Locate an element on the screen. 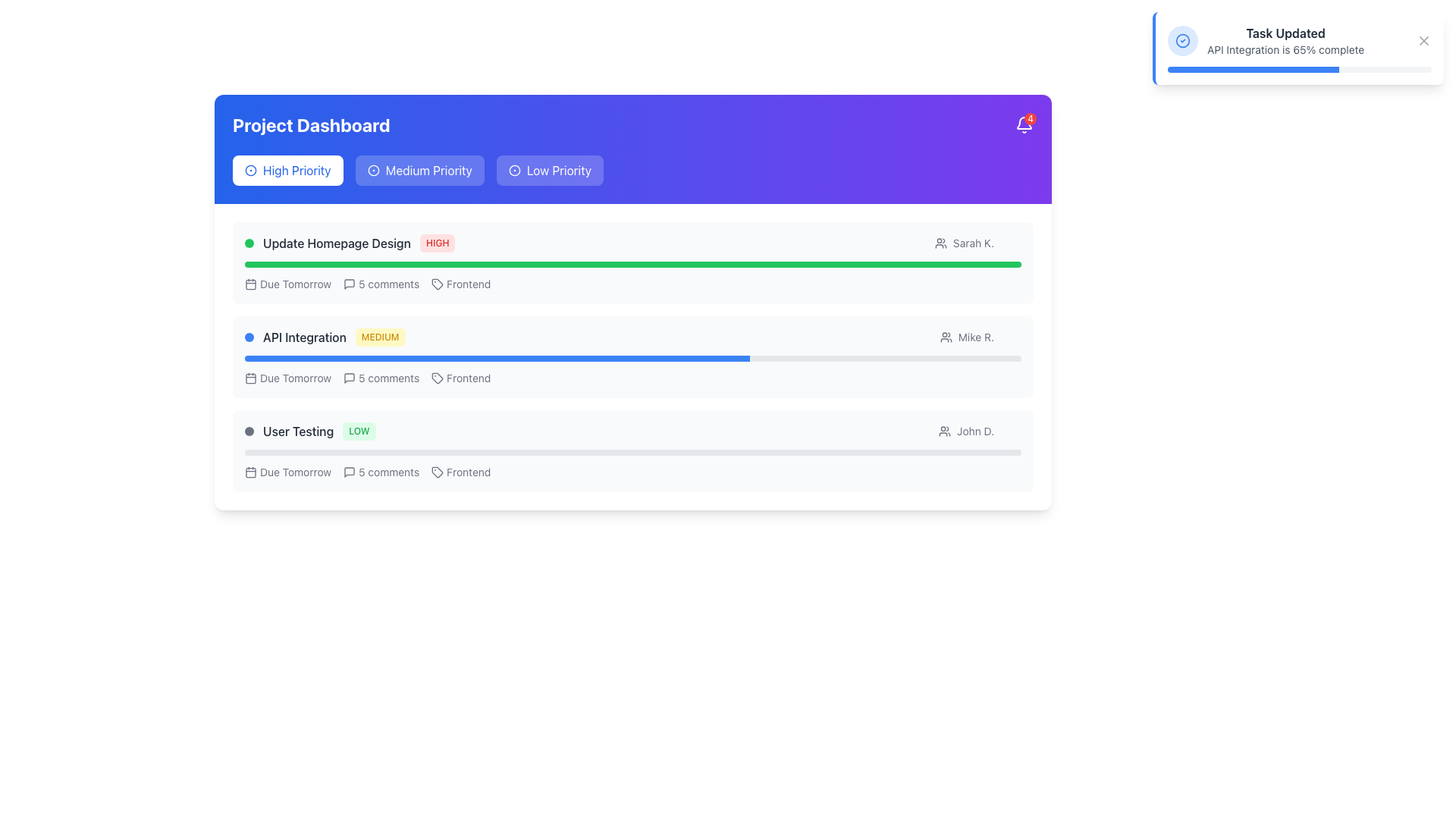  the small, circular, blue indicator dot located to the left of the 'API Integration' text within the same row as the 'MEDIUM' label is located at coordinates (249, 336).